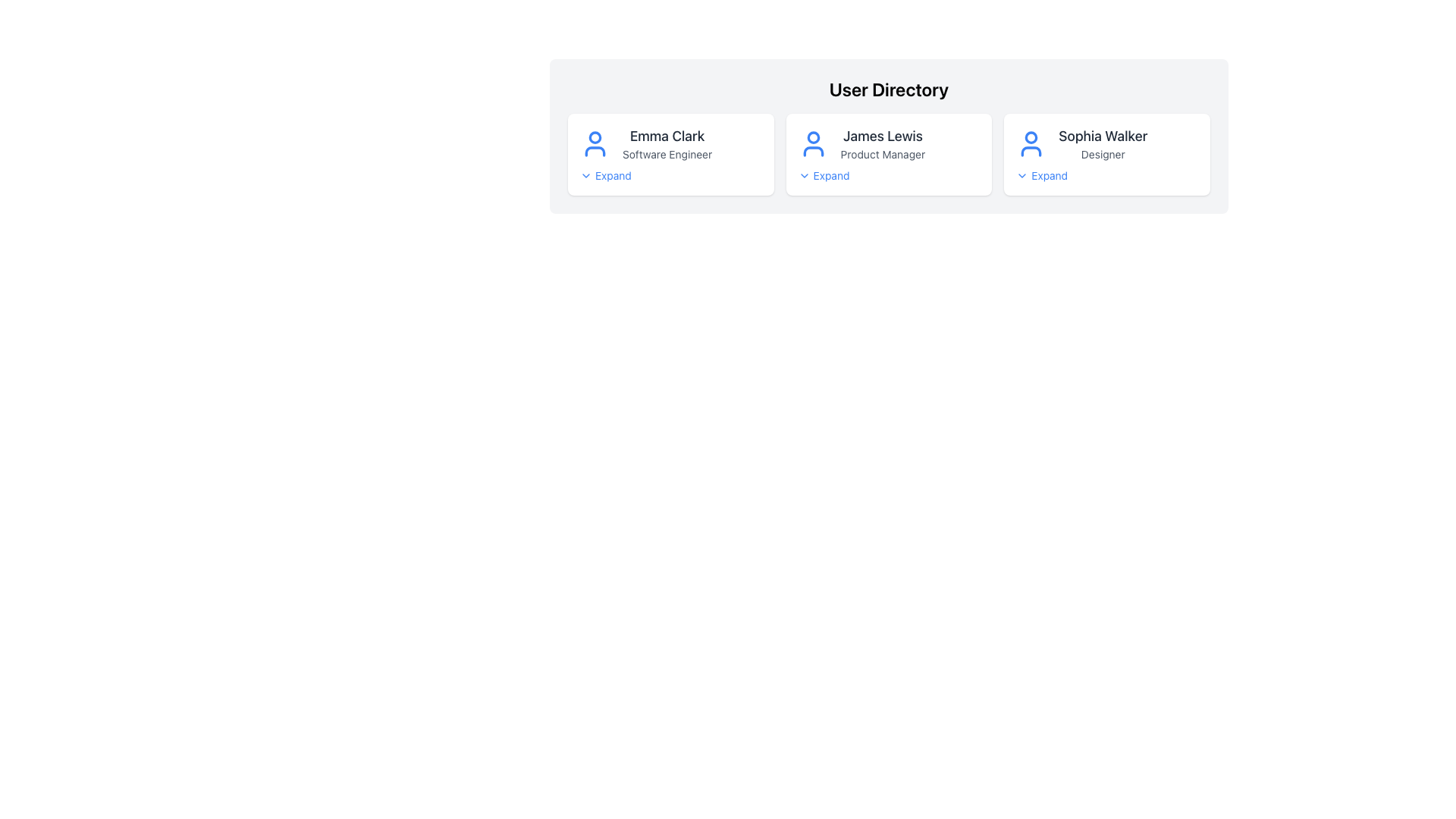 The image size is (1456, 819). Describe the element at coordinates (889, 143) in the screenshot. I see `the Information Display Card that displays the name and role of an individual, positioned in the middle of the User Directory, between Emma Clark and Sophia Walker` at that location.